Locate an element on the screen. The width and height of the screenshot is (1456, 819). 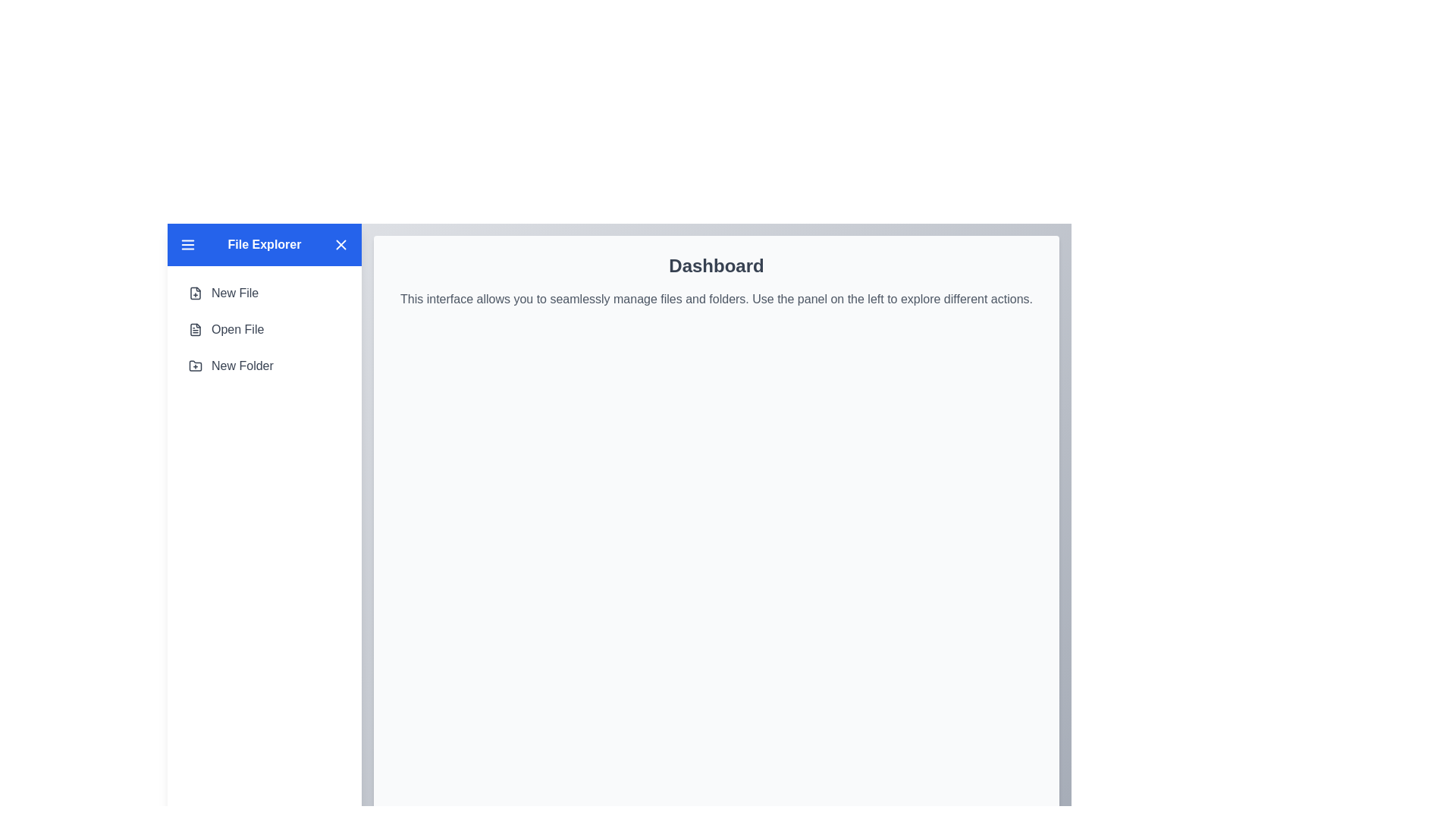
the 'New File' icon in the sidebar menu is located at coordinates (195, 293).